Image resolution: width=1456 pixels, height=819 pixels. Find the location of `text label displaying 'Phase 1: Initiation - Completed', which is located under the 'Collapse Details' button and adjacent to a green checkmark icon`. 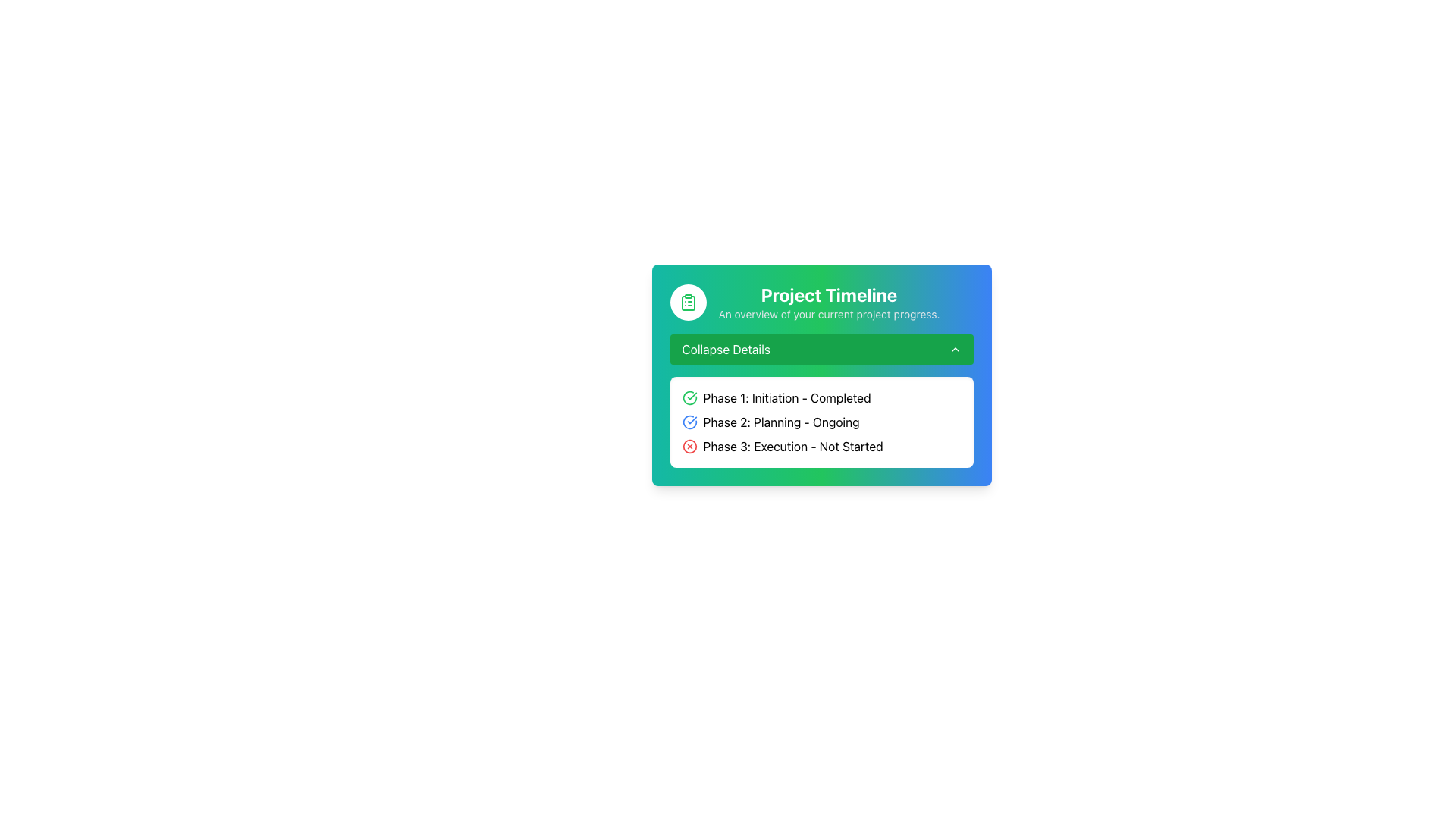

text label displaying 'Phase 1: Initiation - Completed', which is located under the 'Collapse Details' button and adjacent to a green checkmark icon is located at coordinates (787, 397).